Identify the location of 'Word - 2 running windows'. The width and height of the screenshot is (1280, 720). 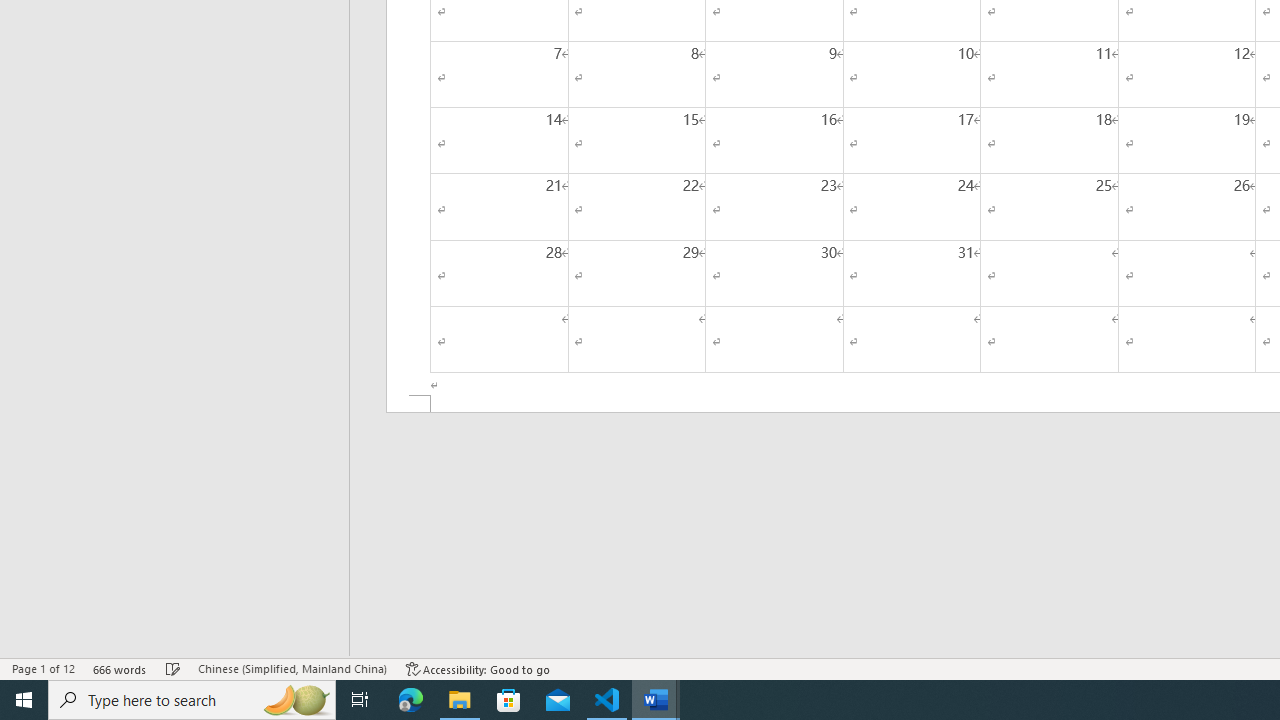
(656, 698).